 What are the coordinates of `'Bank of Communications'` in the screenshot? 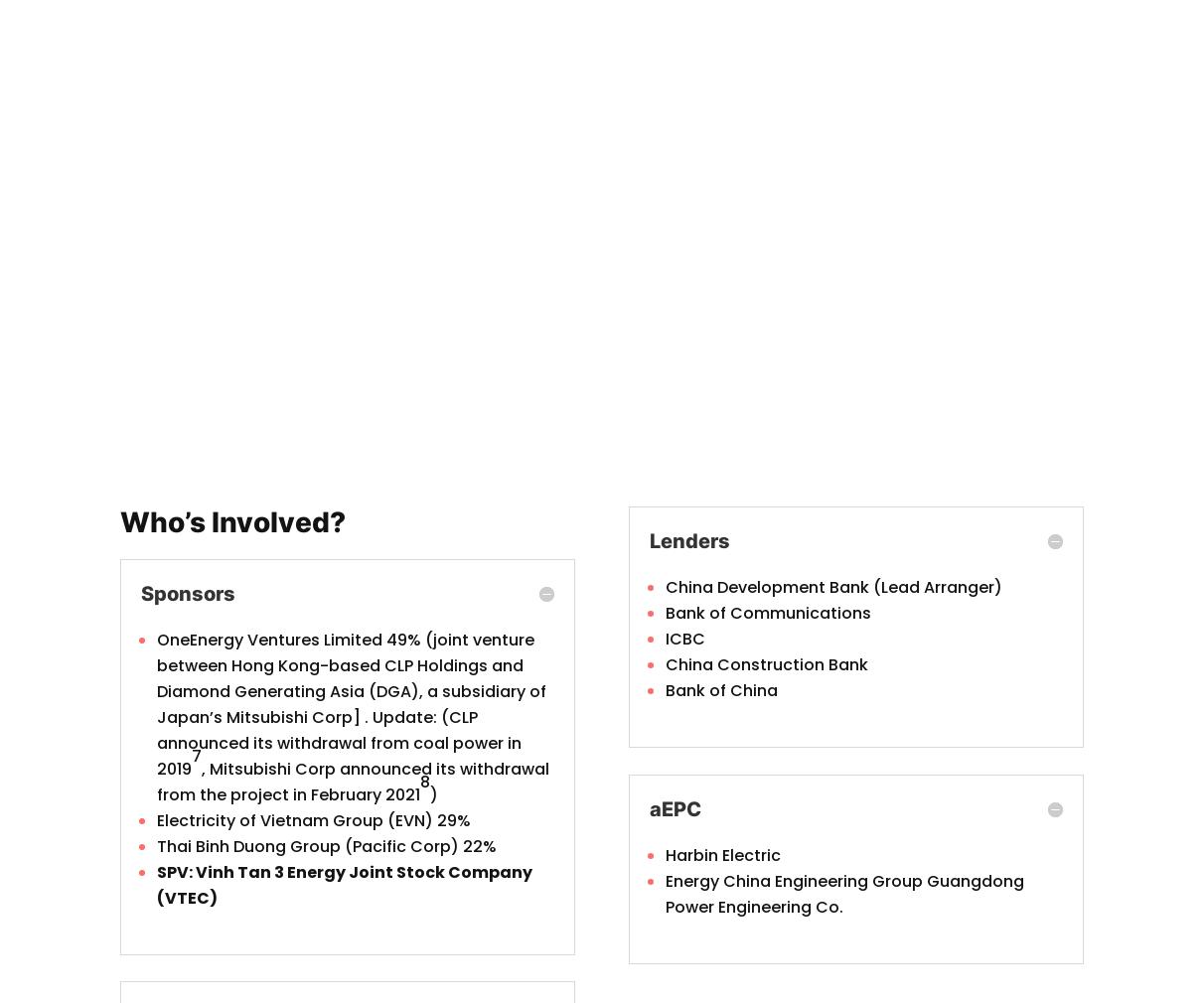 It's located at (766, 612).